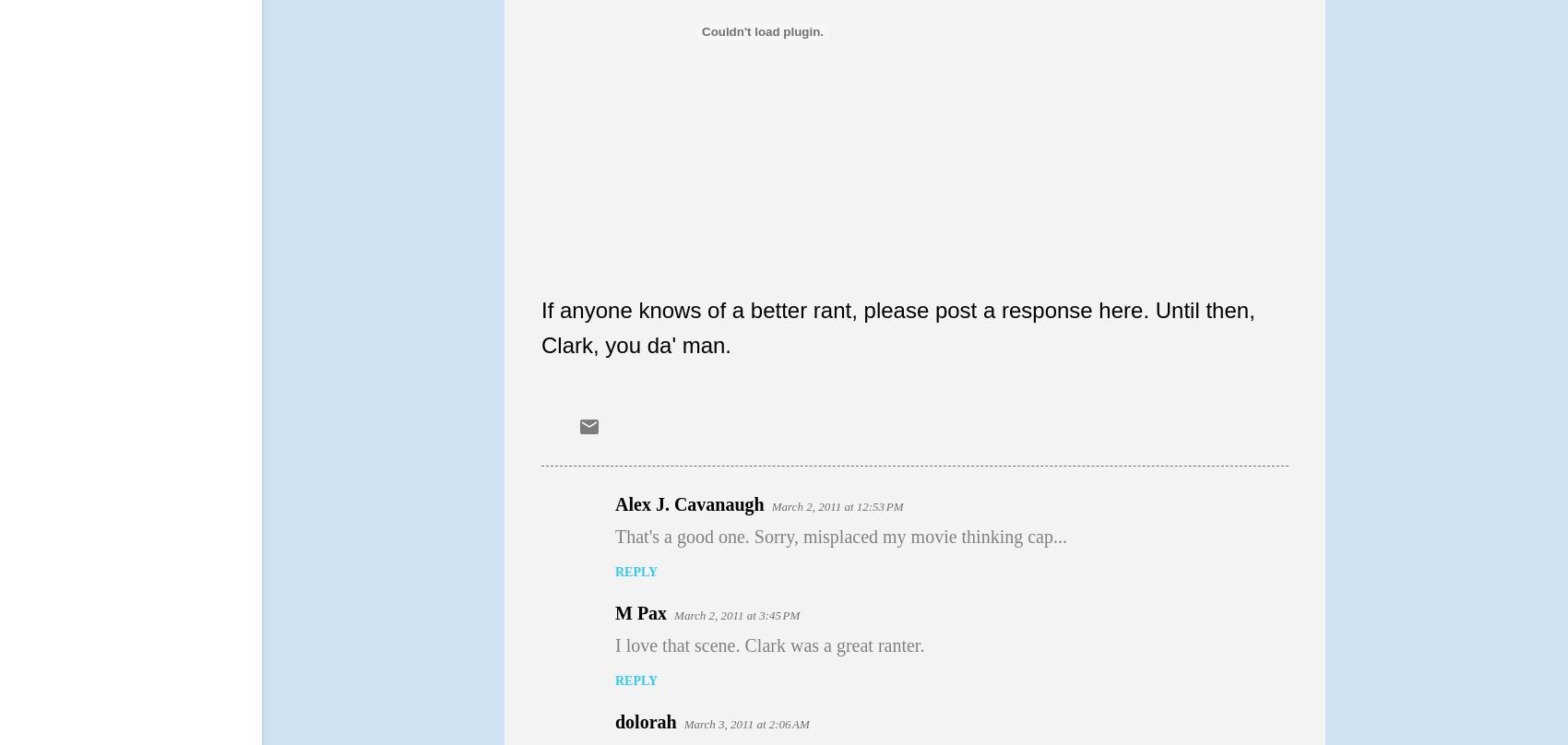  What do you see at coordinates (640, 612) in the screenshot?
I see `'M Pax'` at bounding box center [640, 612].